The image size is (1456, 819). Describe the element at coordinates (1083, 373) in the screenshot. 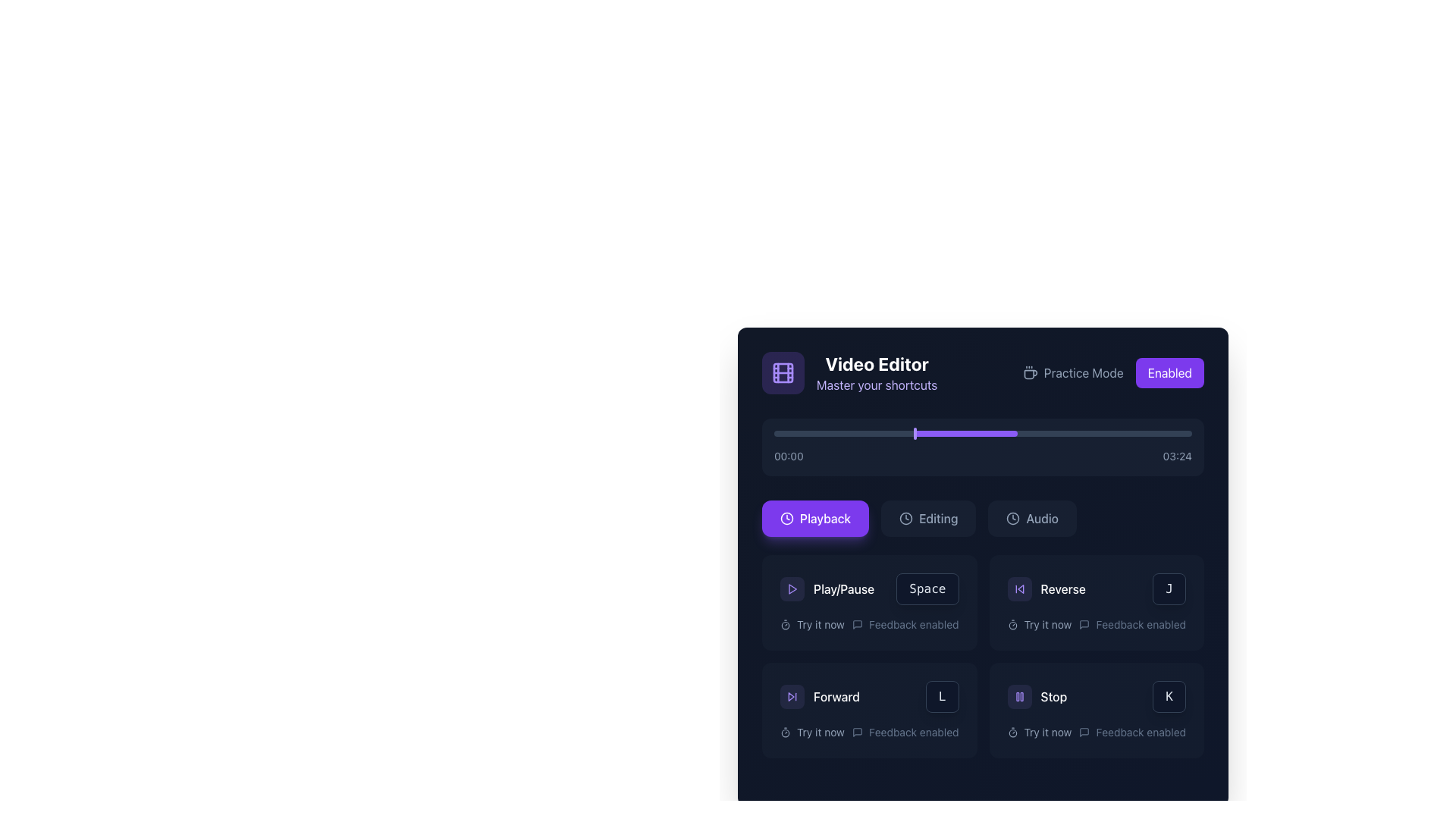

I see `the 'Practice Mode' text label that indicates the status of the feature, located between an icon on the left and an 'Enabled' label on the right` at that location.